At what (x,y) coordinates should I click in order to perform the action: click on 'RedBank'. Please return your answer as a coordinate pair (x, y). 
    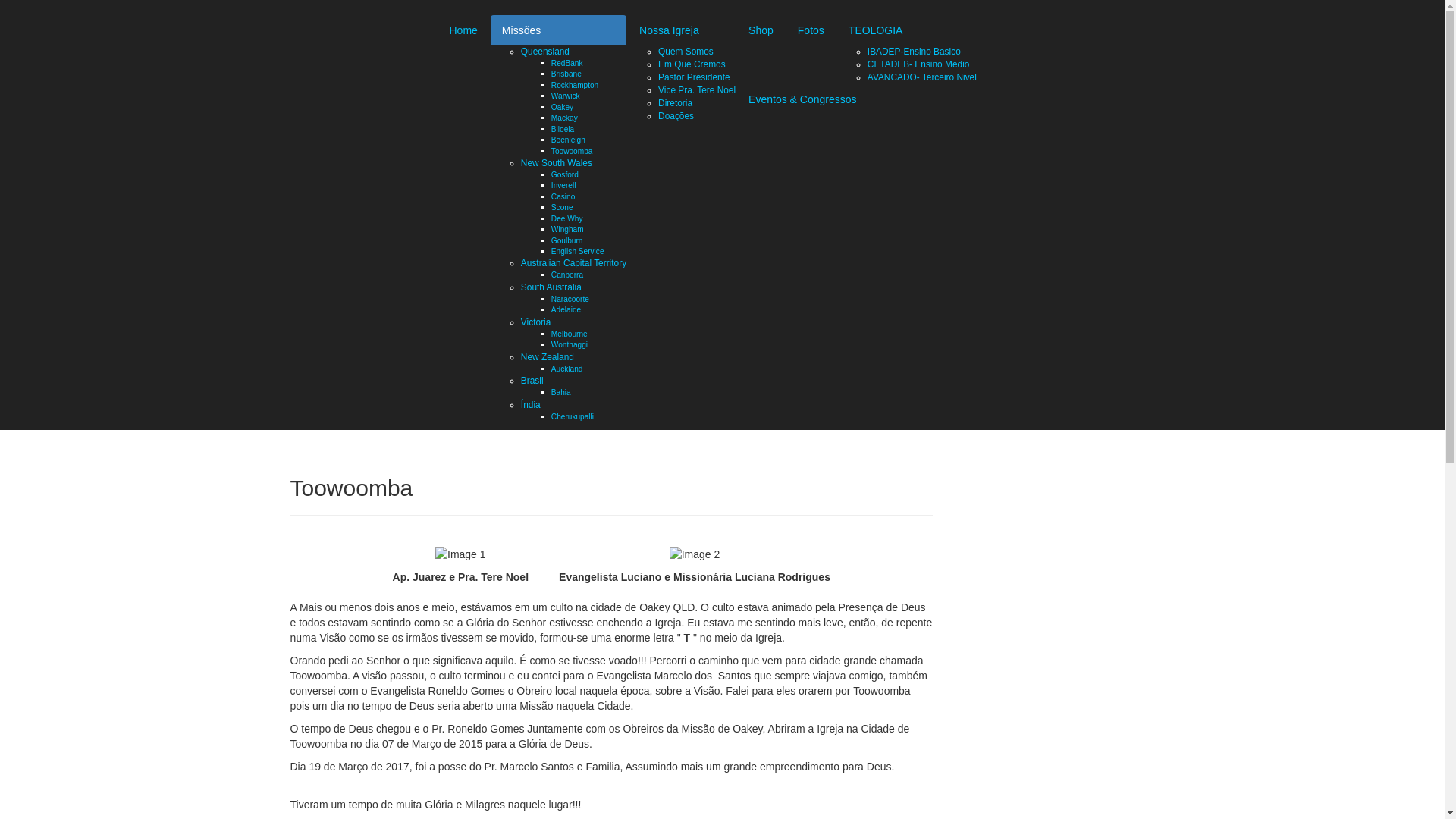
    Looking at the image, I should click on (566, 62).